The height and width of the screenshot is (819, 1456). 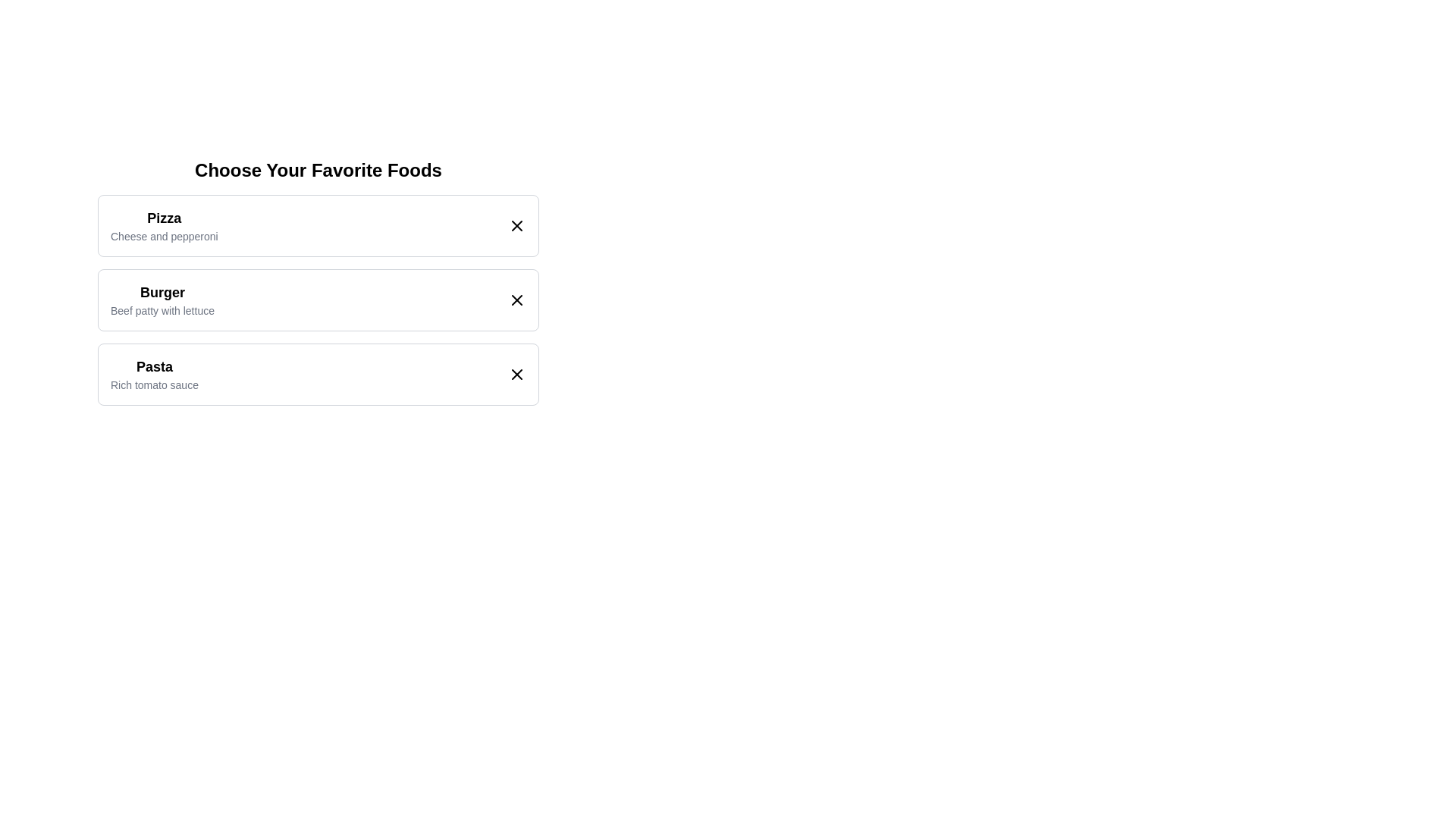 I want to click on the Text Label element displaying 'Pasta' and 'Rich tomato sauce', located at the bottom-left of the third card in a vertical list of food item cards, so click(x=154, y=374).